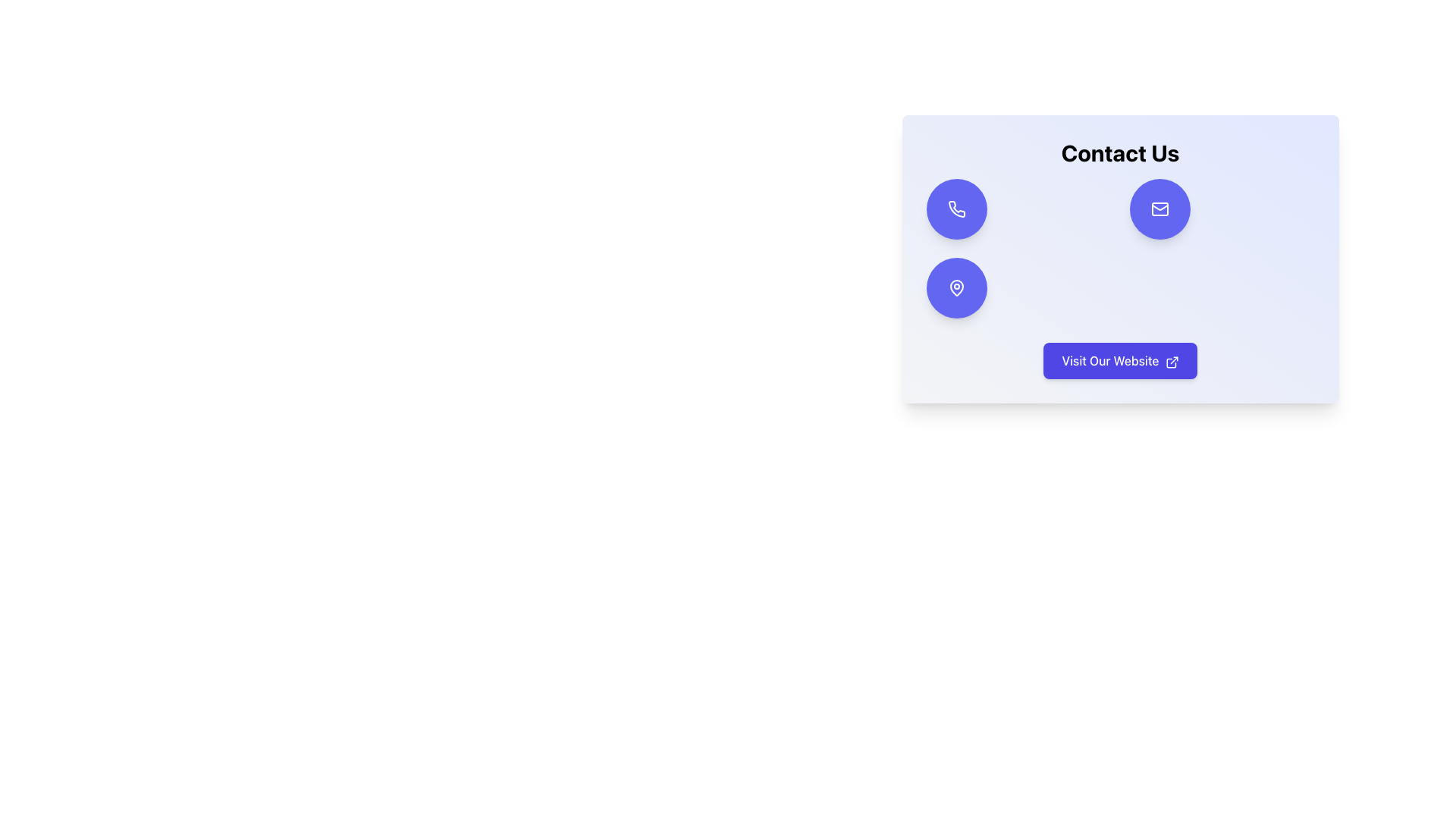  Describe the element at coordinates (955, 209) in the screenshot. I see `the interactive button located on the leftmost side of the 'Contact Us' section` at that location.